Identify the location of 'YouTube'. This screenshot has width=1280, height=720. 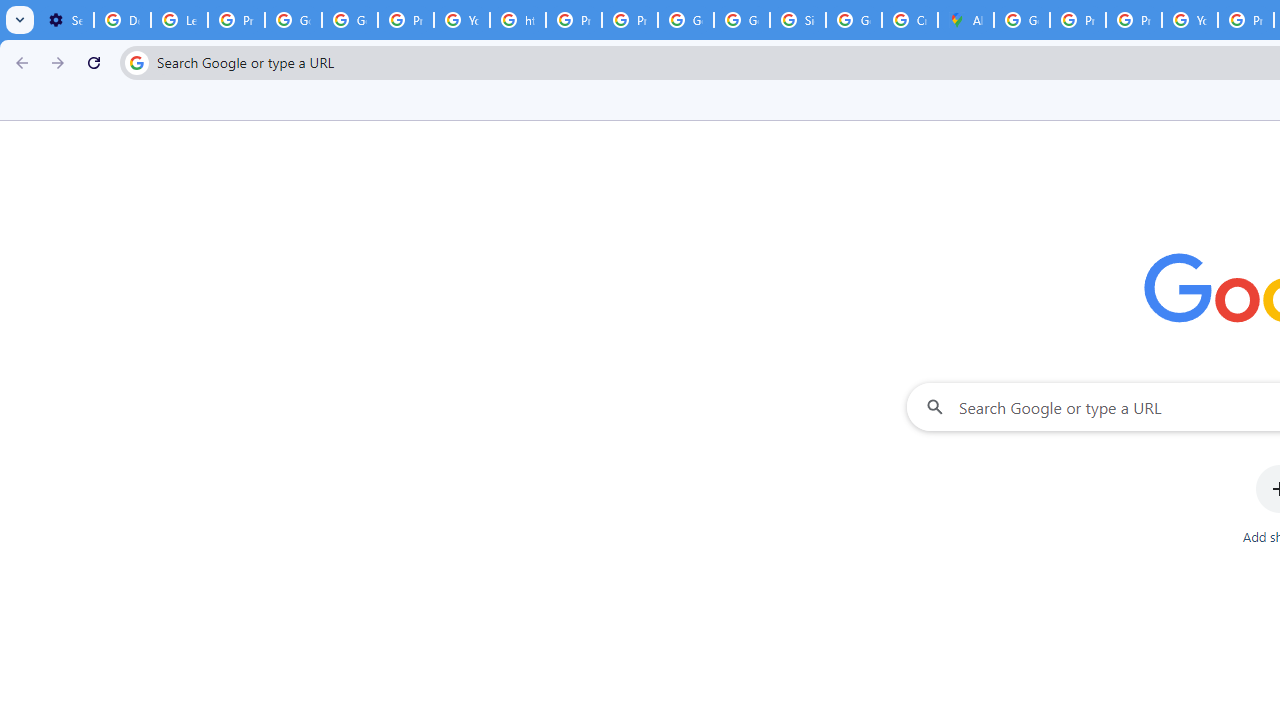
(461, 20).